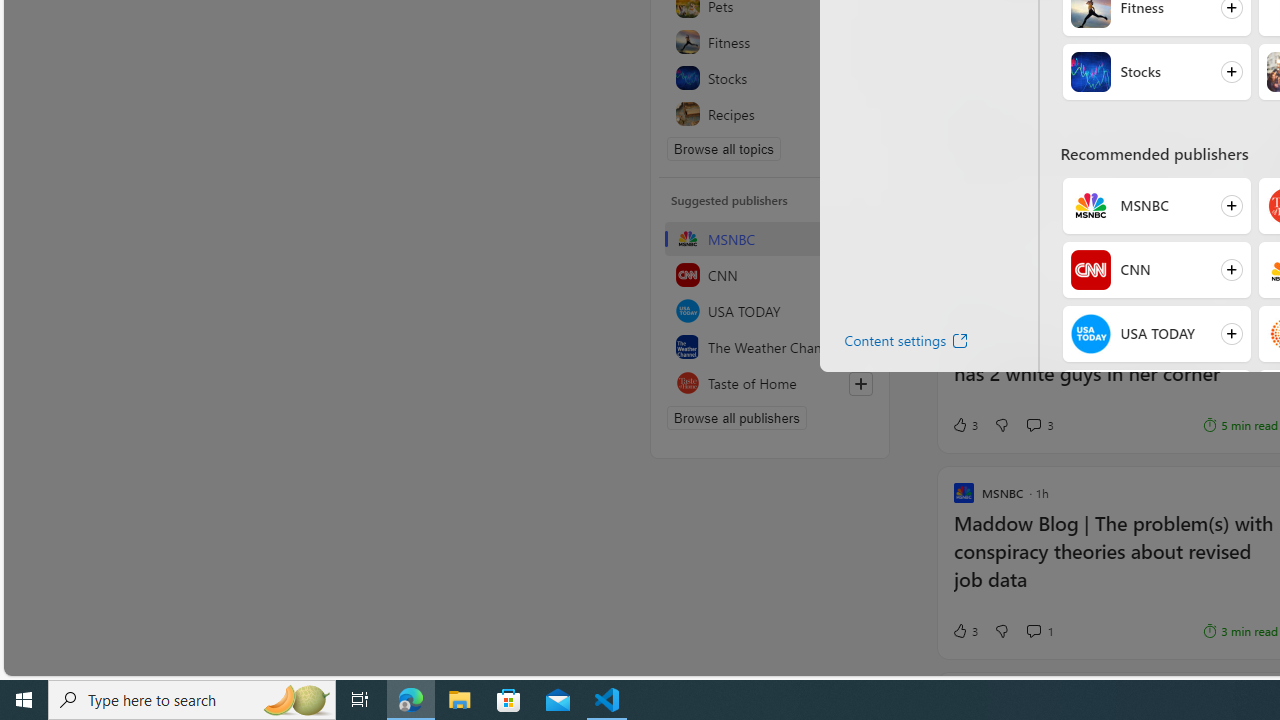 This screenshot has width=1280, height=720. Describe the element at coordinates (1033, 631) in the screenshot. I see `'View comments 1 Comment'` at that location.